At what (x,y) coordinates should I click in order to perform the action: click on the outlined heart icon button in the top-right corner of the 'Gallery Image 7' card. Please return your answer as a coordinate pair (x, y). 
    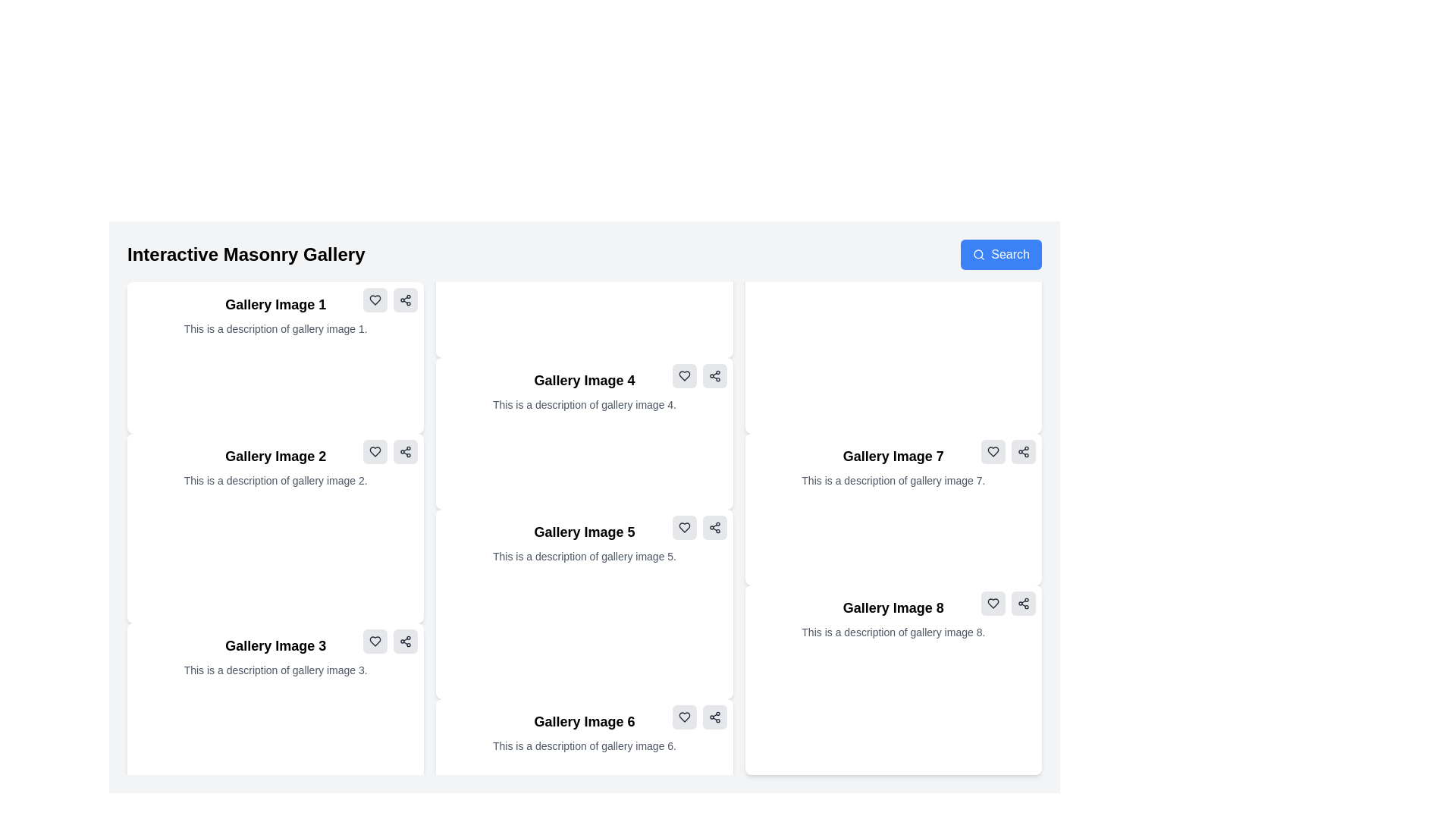
    Looking at the image, I should click on (993, 451).